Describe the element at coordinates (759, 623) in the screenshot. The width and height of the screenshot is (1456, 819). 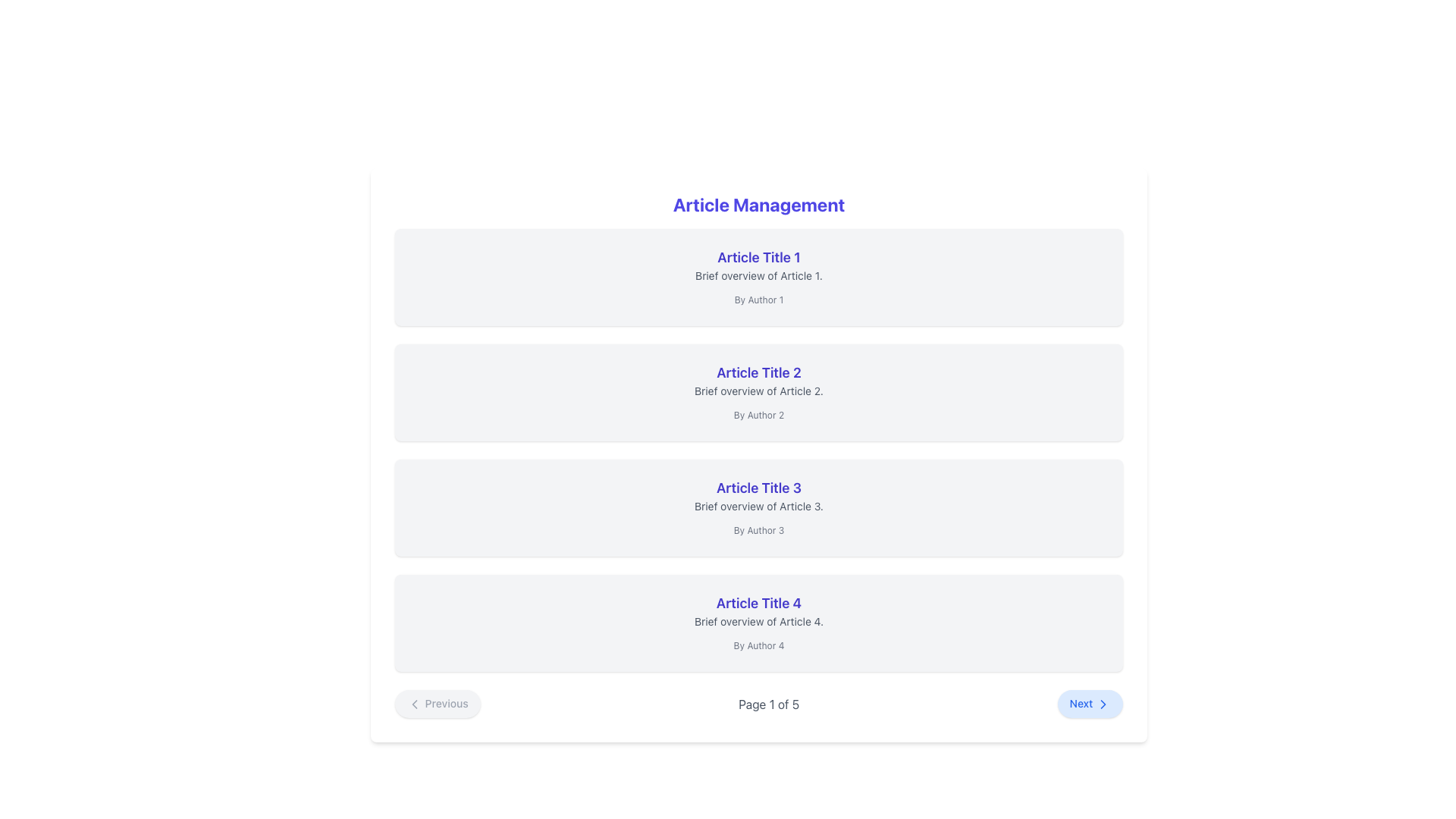
I see `the Informational card at the bottom of the grid` at that location.